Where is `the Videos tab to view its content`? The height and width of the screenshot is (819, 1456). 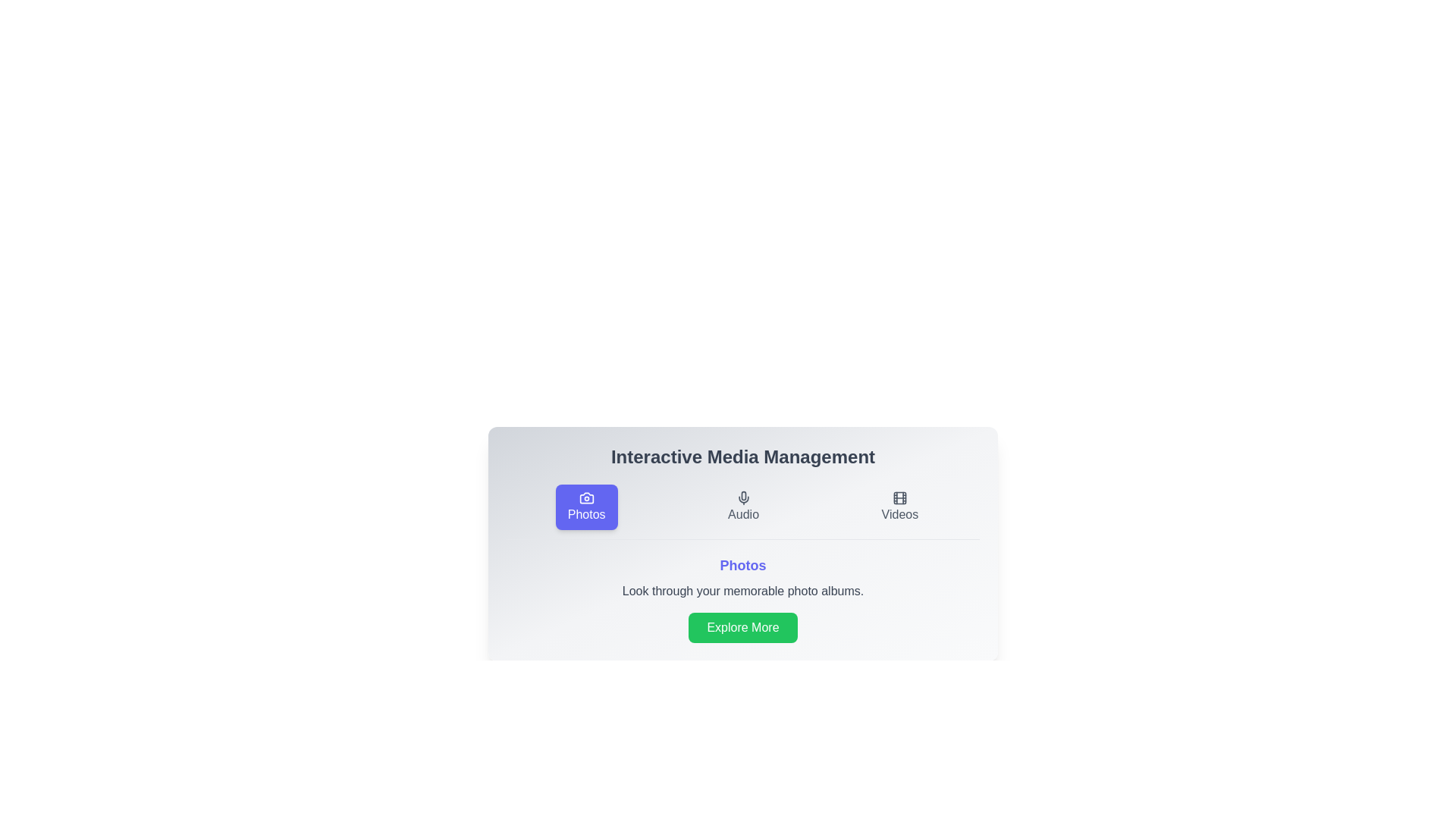 the Videos tab to view its content is located at coordinates (899, 507).